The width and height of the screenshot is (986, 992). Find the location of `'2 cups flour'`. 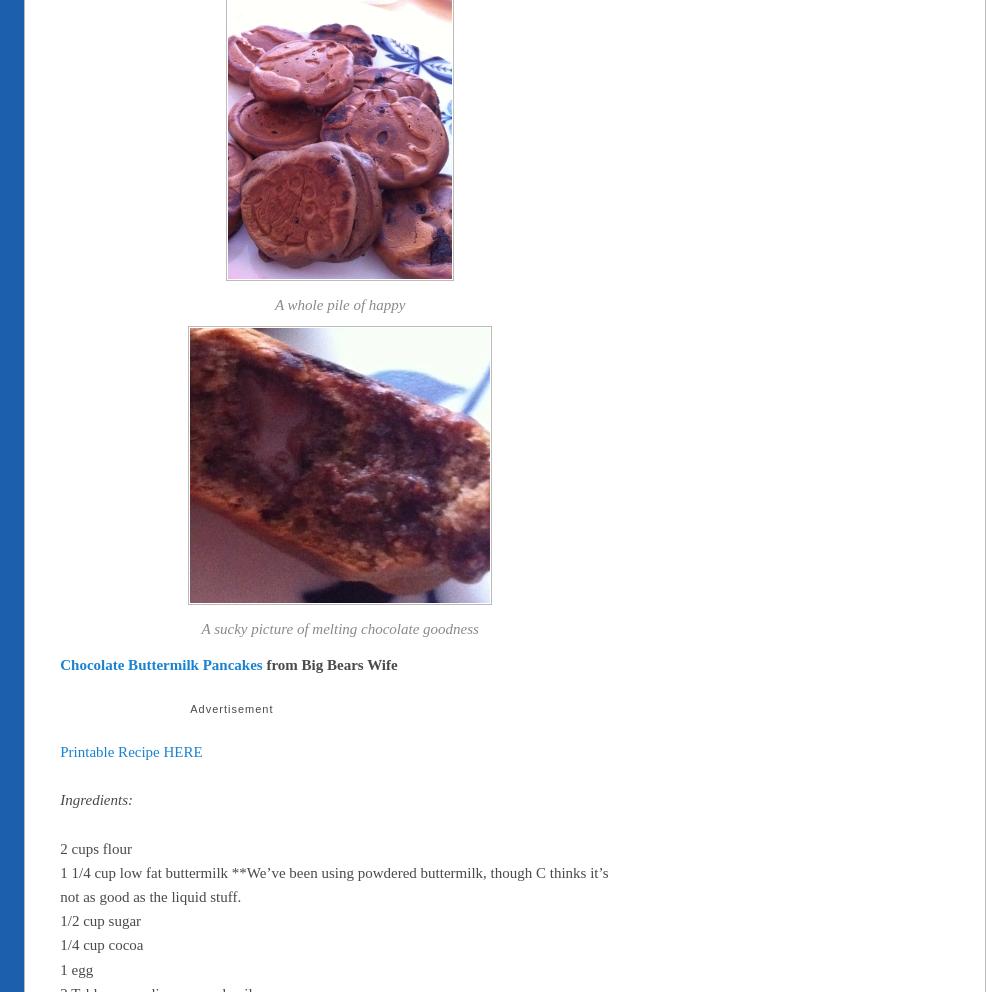

'2 cups flour' is located at coordinates (95, 846).